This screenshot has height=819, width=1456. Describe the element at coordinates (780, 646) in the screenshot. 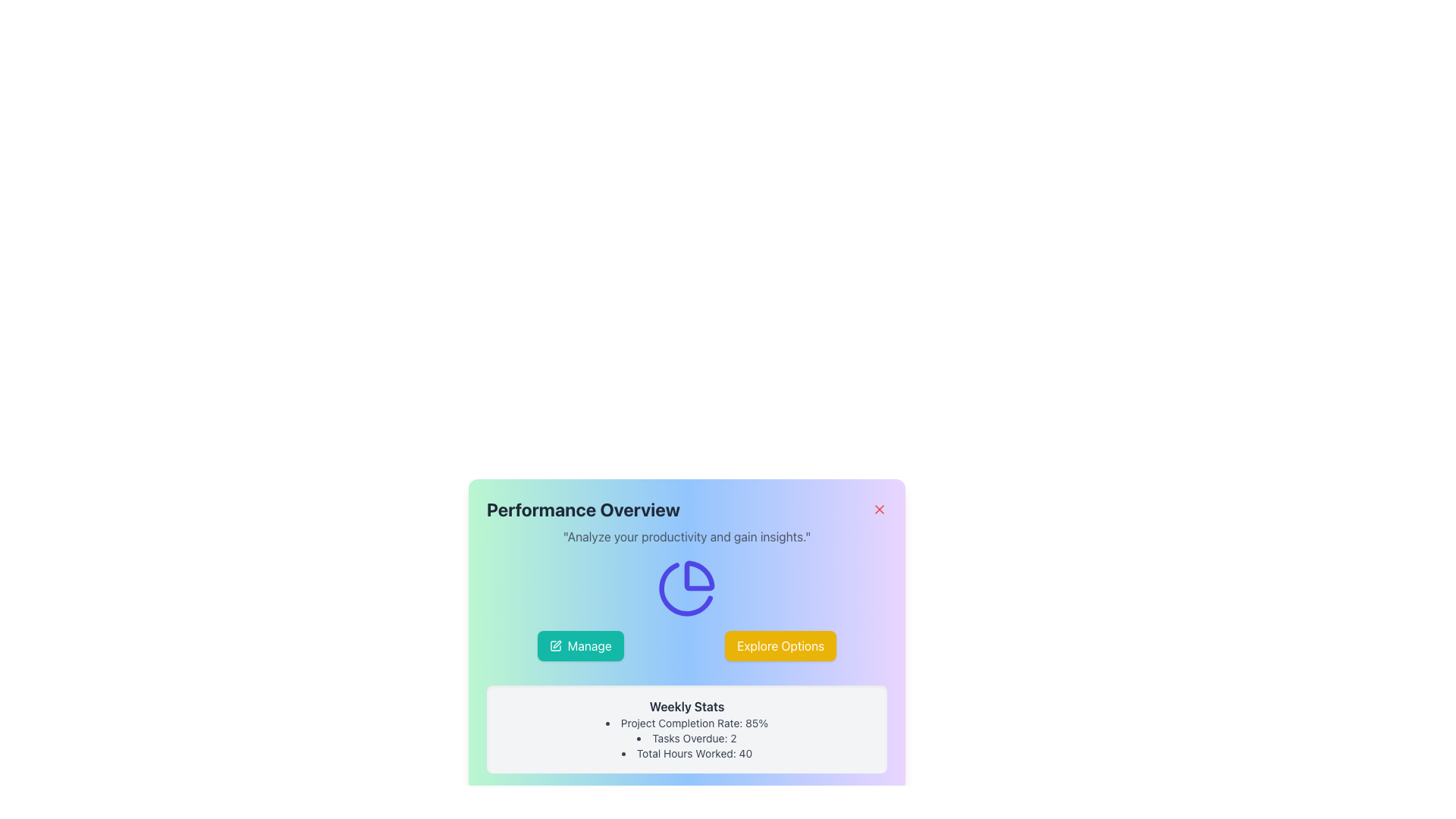

I see `the 'Explore Options' button located in the 'Performance Overview' dialog box, near the bottom-right corner` at that location.